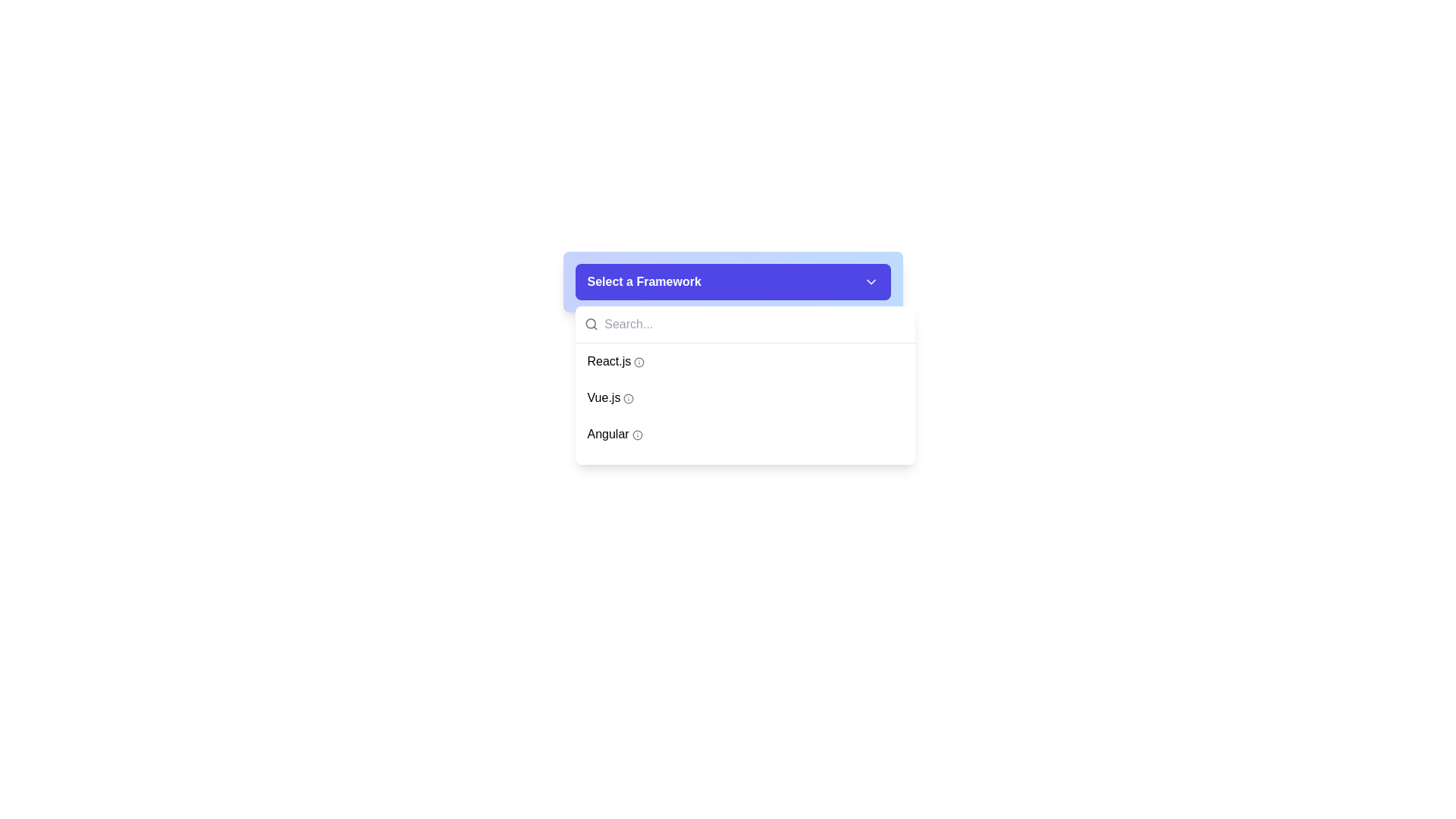 Image resolution: width=1456 pixels, height=819 pixels. Describe the element at coordinates (745, 435) in the screenshot. I see `the third option in the dropdown menu` at that location.